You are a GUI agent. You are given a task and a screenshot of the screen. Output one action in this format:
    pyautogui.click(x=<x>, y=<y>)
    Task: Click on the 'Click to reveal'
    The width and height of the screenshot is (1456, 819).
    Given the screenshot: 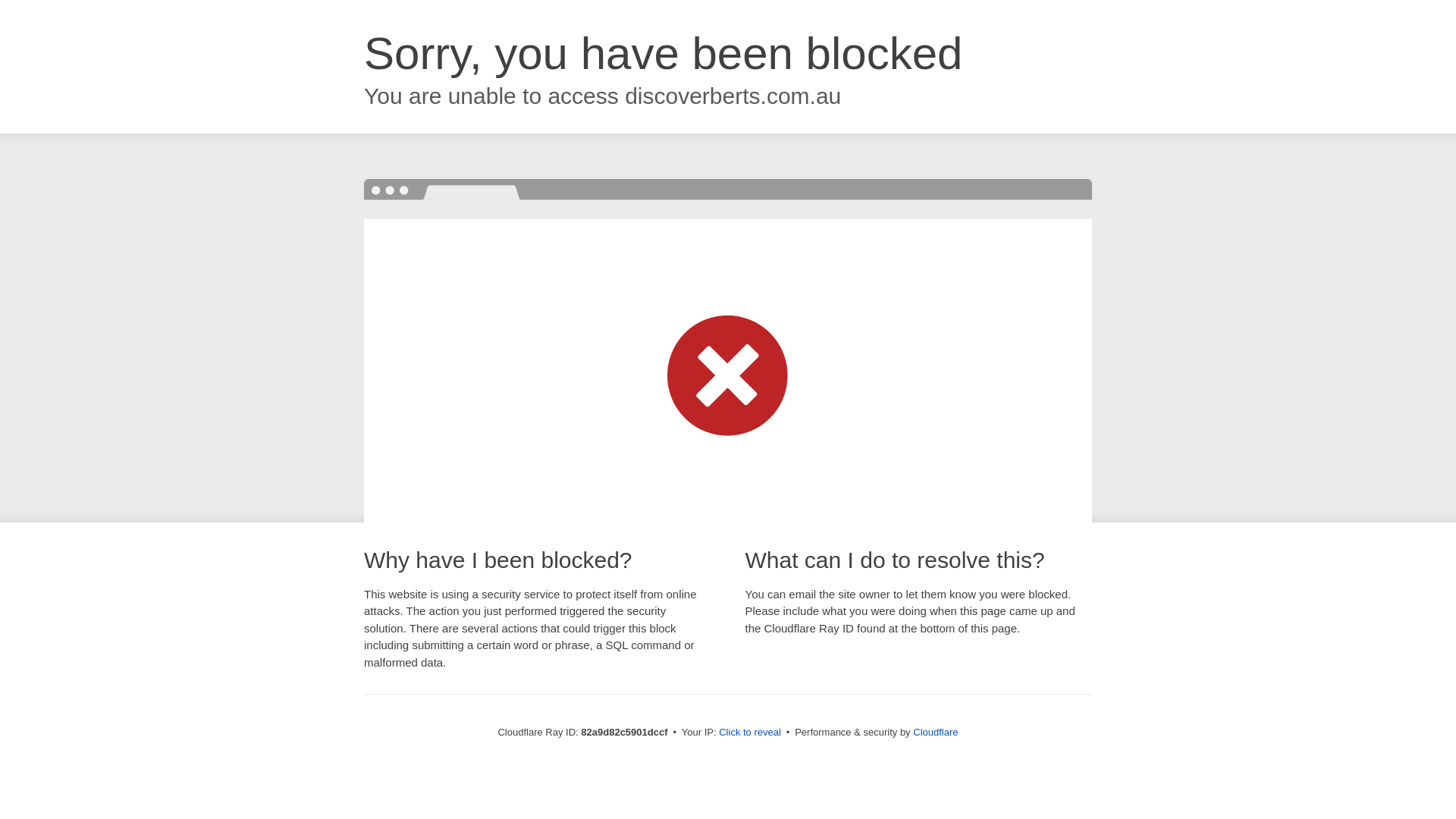 What is the action you would take?
    pyautogui.click(x=749, y=731)
    